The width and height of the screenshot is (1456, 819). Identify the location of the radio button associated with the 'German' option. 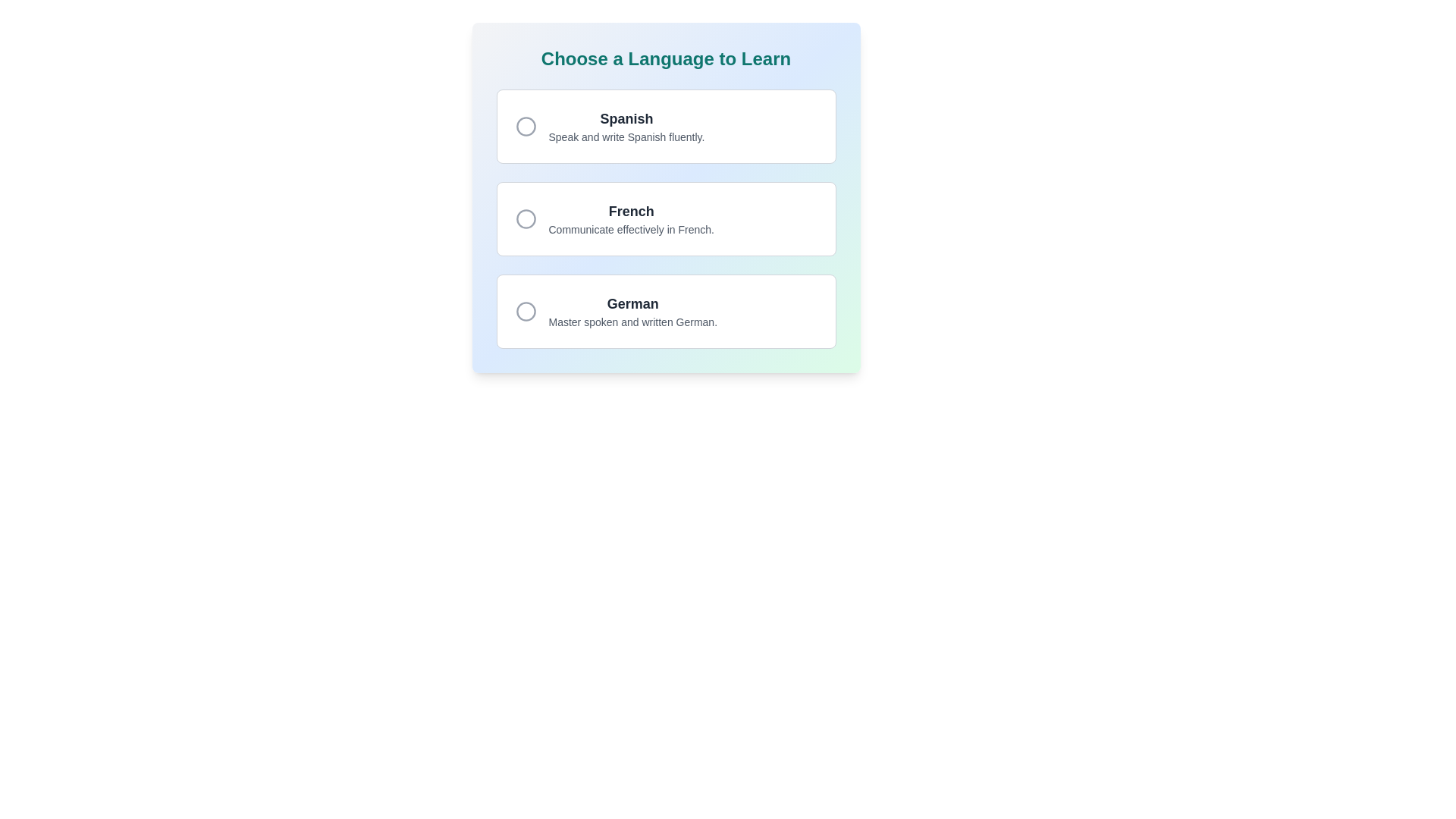
(526, 311).